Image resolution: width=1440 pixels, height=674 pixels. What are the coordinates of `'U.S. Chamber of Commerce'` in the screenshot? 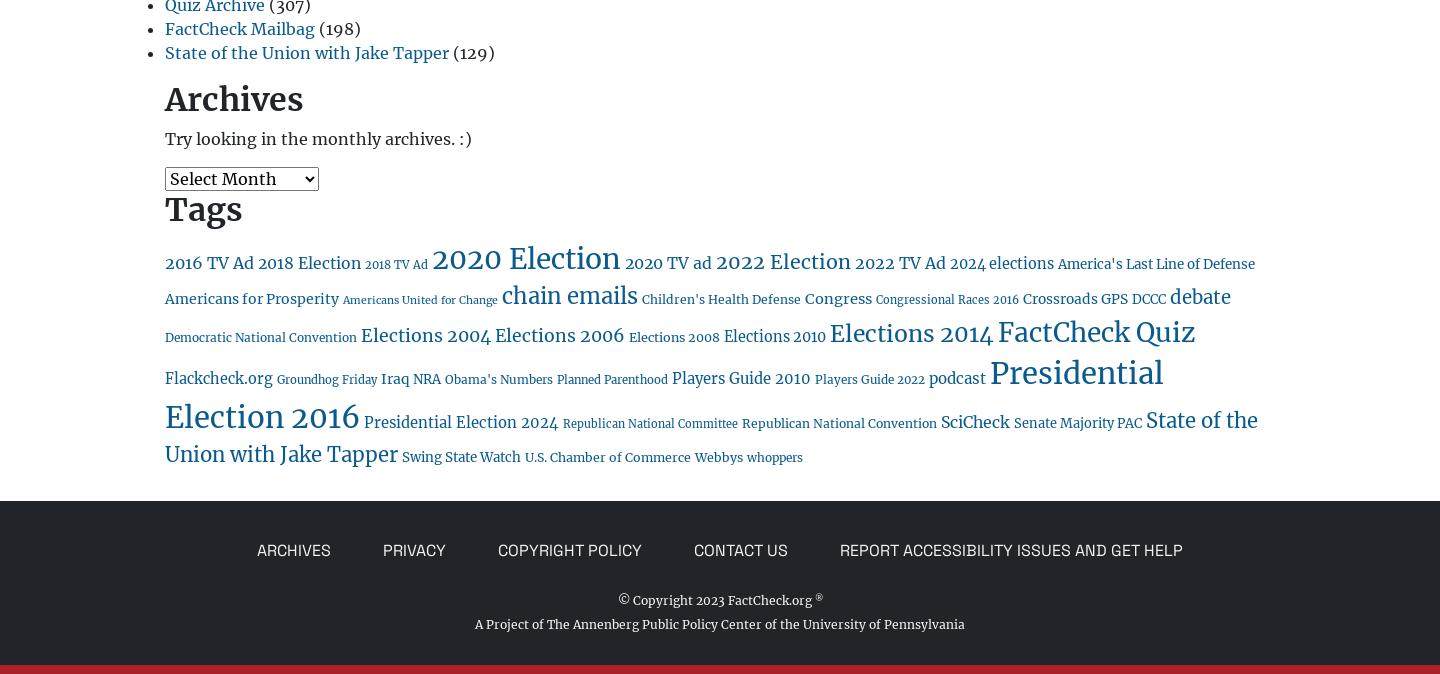 It's located at (606, 456).